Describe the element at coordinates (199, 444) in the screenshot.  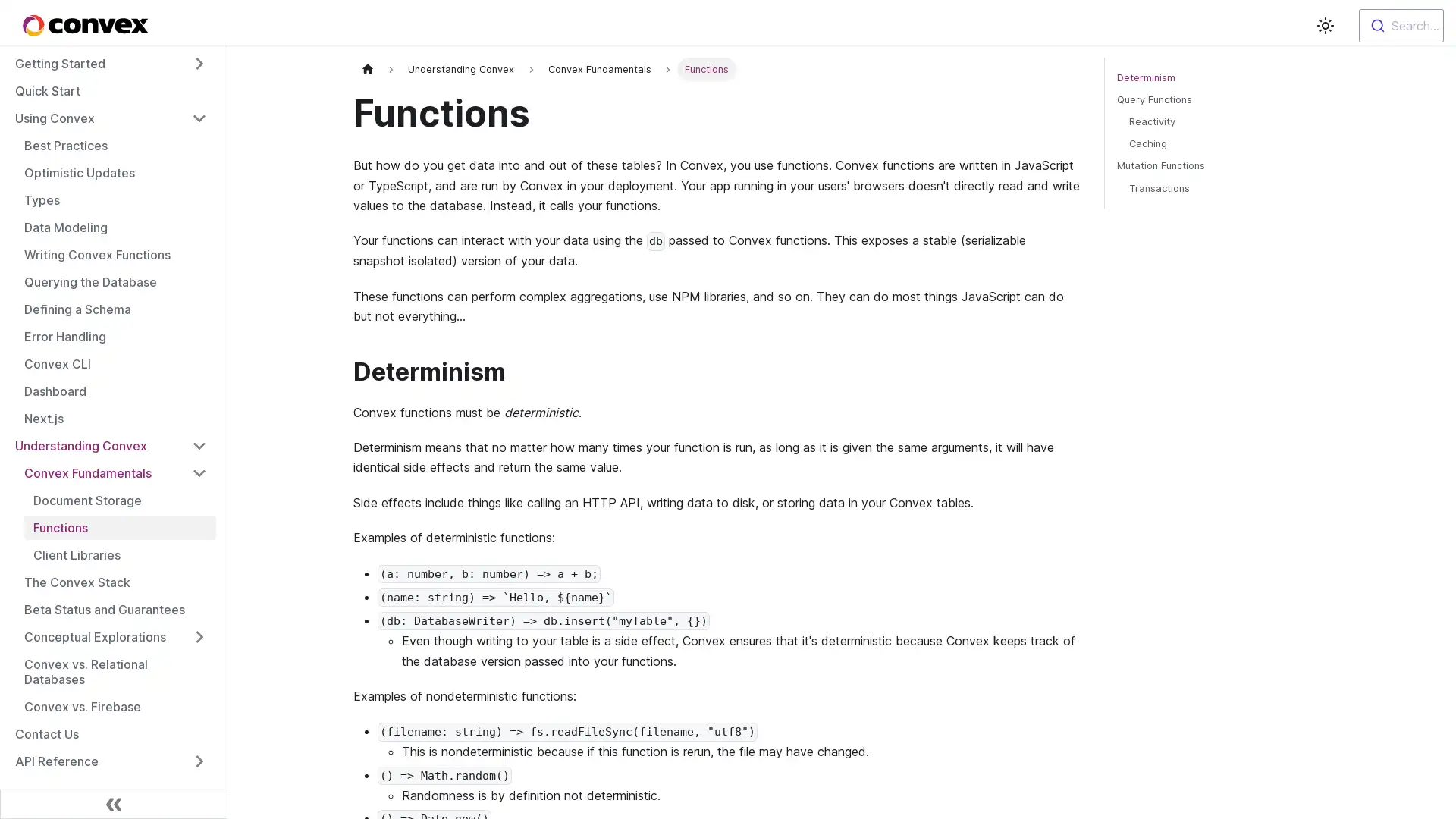
I see `Toggle the collapsible sidebar category 'Understanding Convex'` at that location.